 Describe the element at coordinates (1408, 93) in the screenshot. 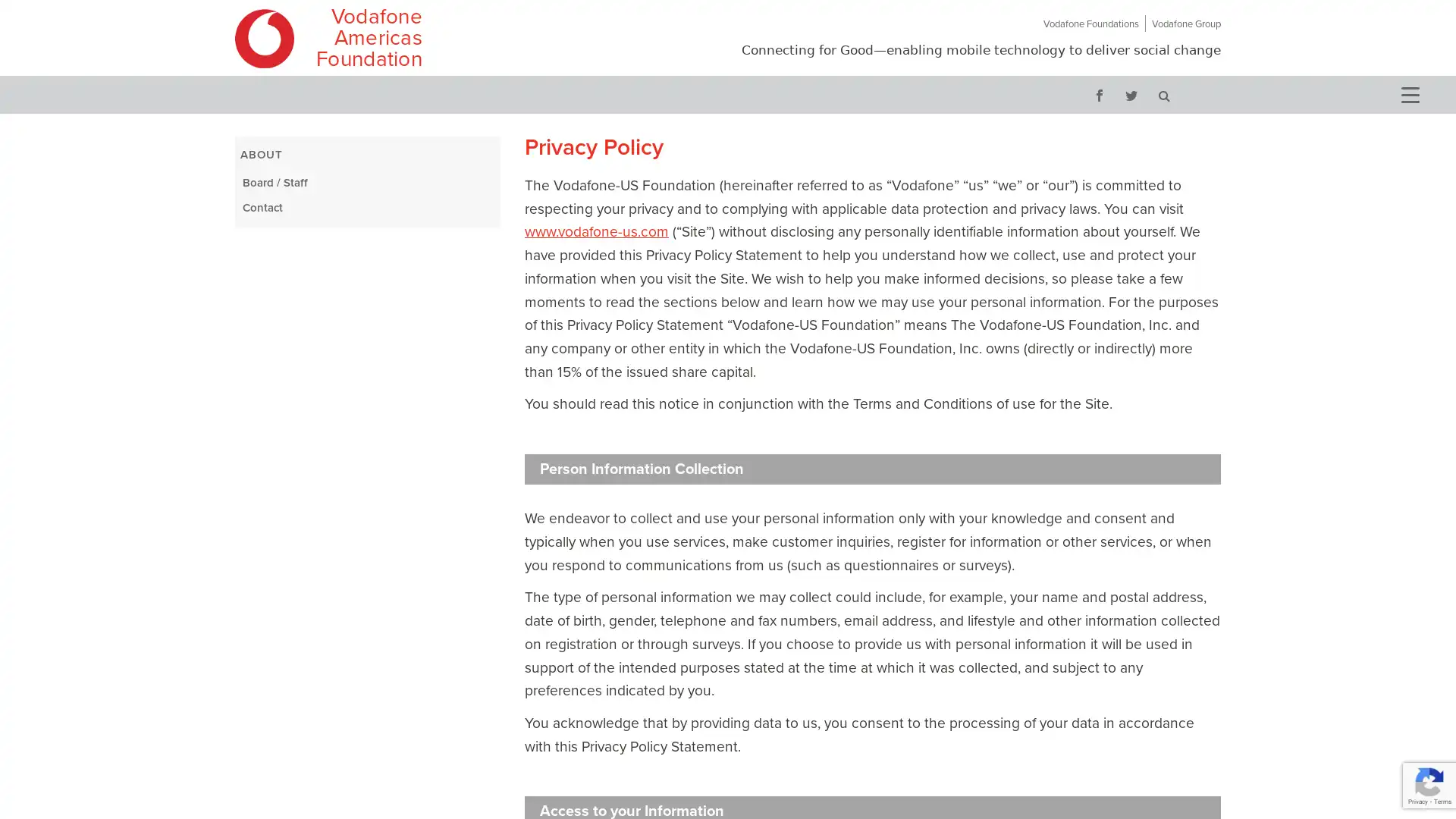

I see `Menu Trigger` at that location.